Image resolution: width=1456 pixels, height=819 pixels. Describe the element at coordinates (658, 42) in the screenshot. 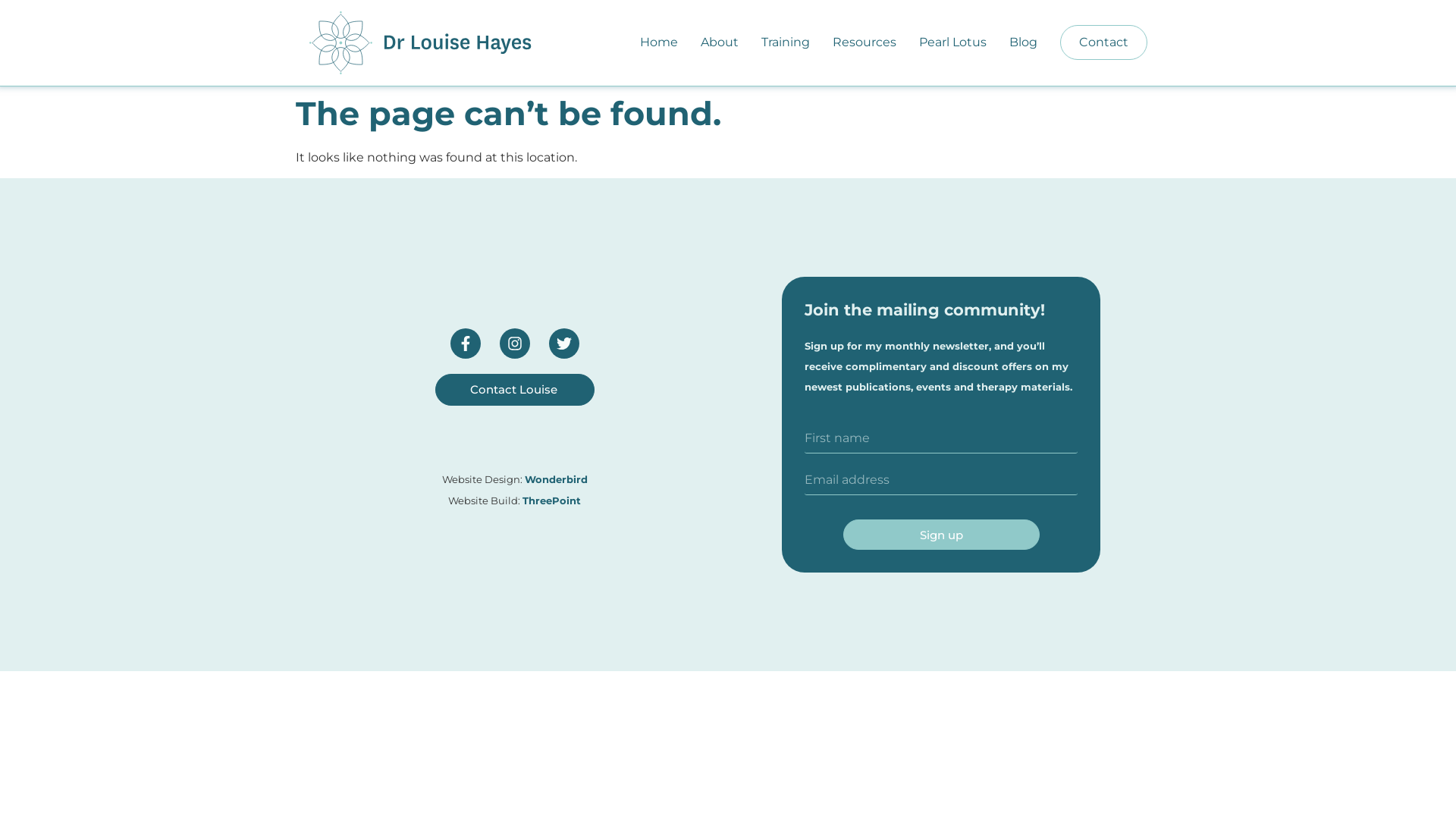

I see `'Home'` at that location.